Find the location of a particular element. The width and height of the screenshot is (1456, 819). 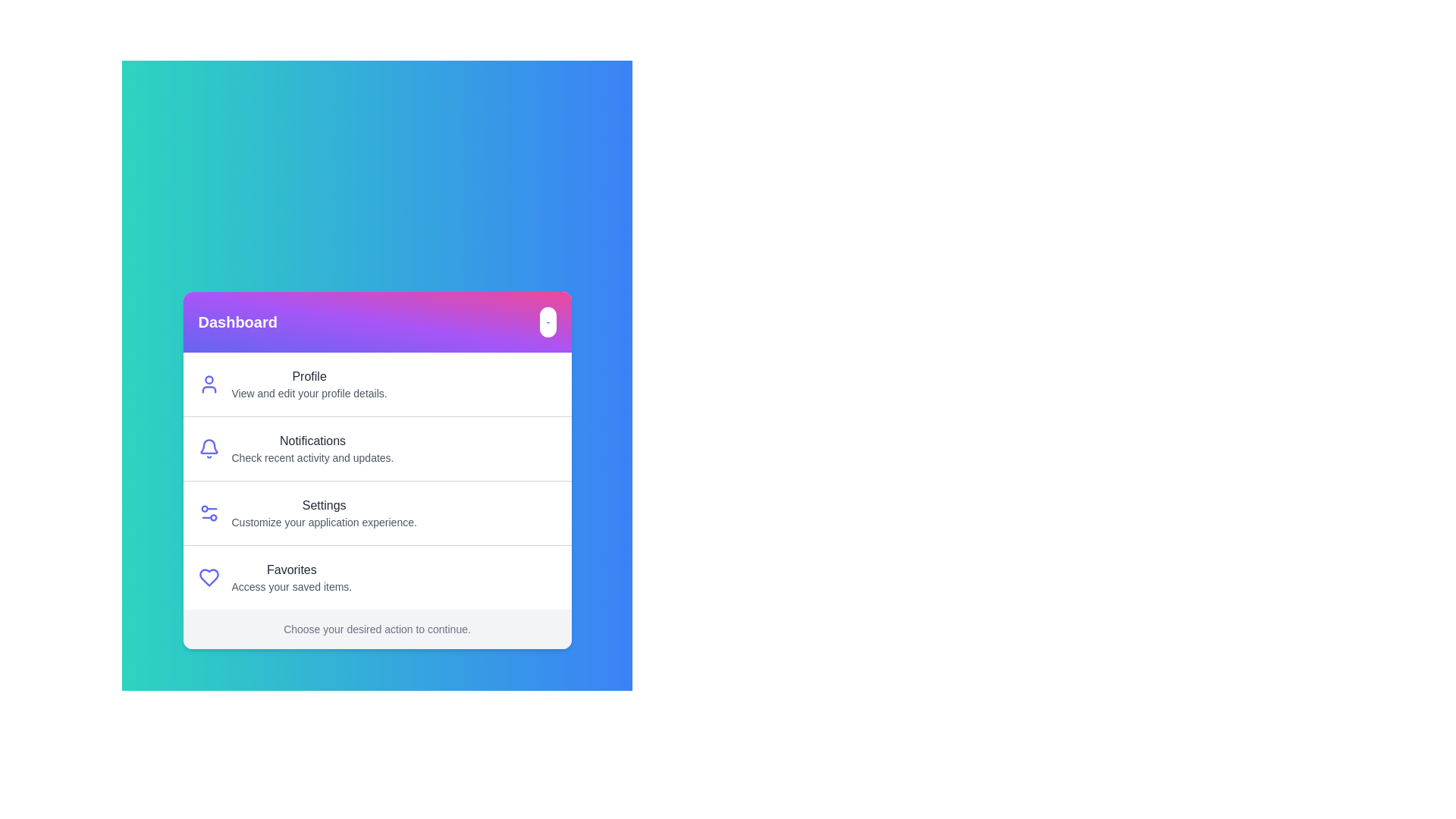

the toggle button to toggle the menu visibility is located at coordinates (547, 321).